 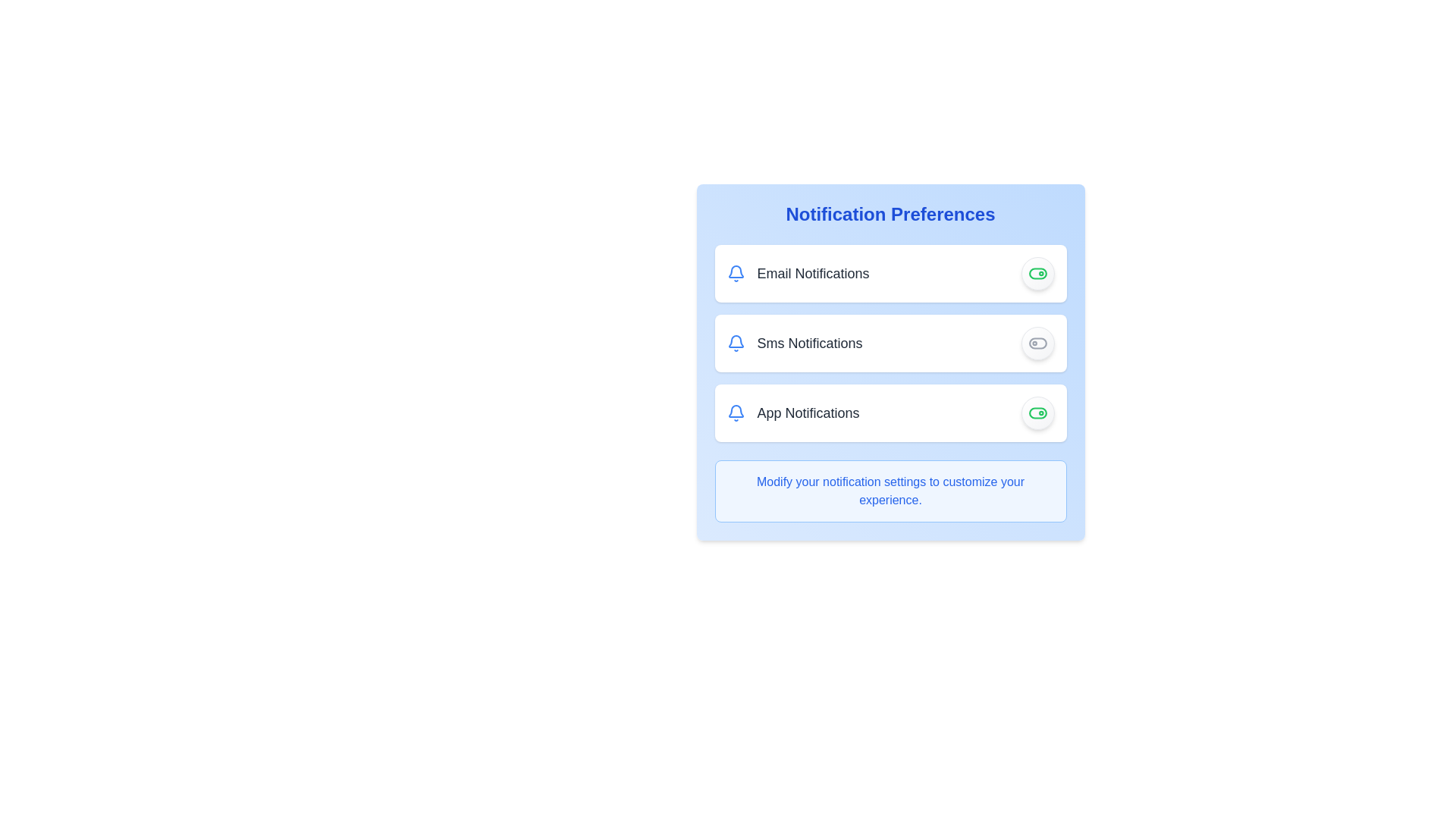 What do you see at coordinates (736, 343) in the screenshot?
I see `the blue bell-shaped icon located to the left of the 'Sms Notifications' text` at bounding box center [736, 343].